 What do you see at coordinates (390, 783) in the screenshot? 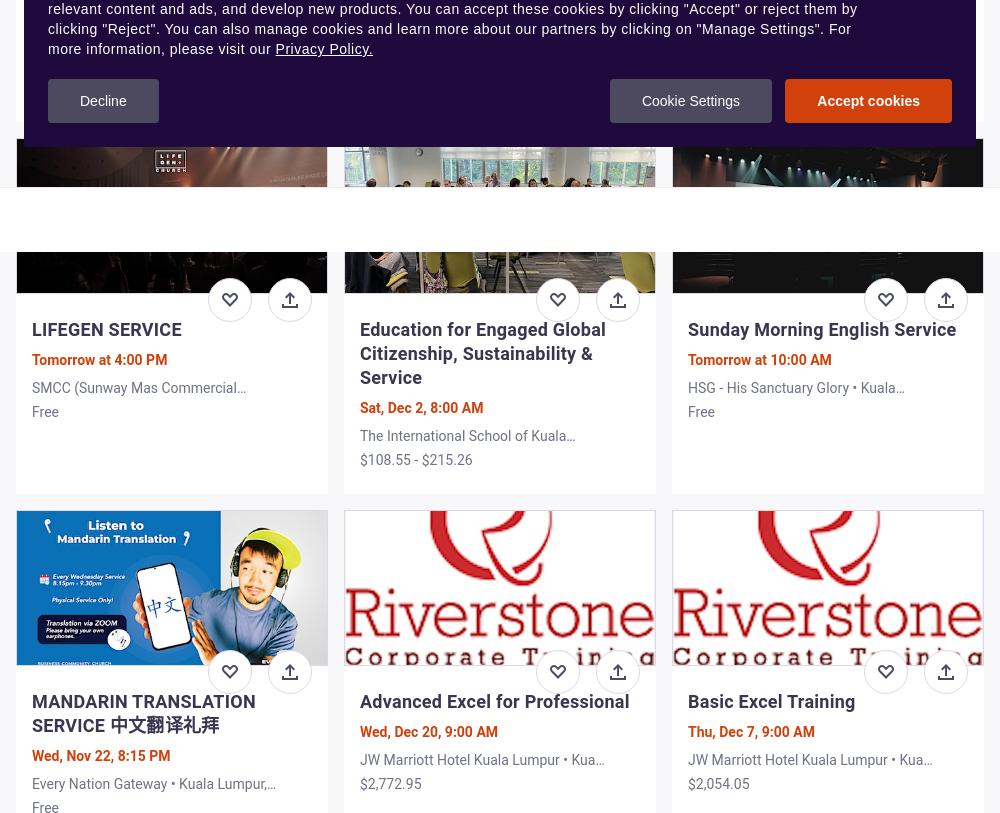
I see `'$2,772.95'` at bounding box center [390, 783].